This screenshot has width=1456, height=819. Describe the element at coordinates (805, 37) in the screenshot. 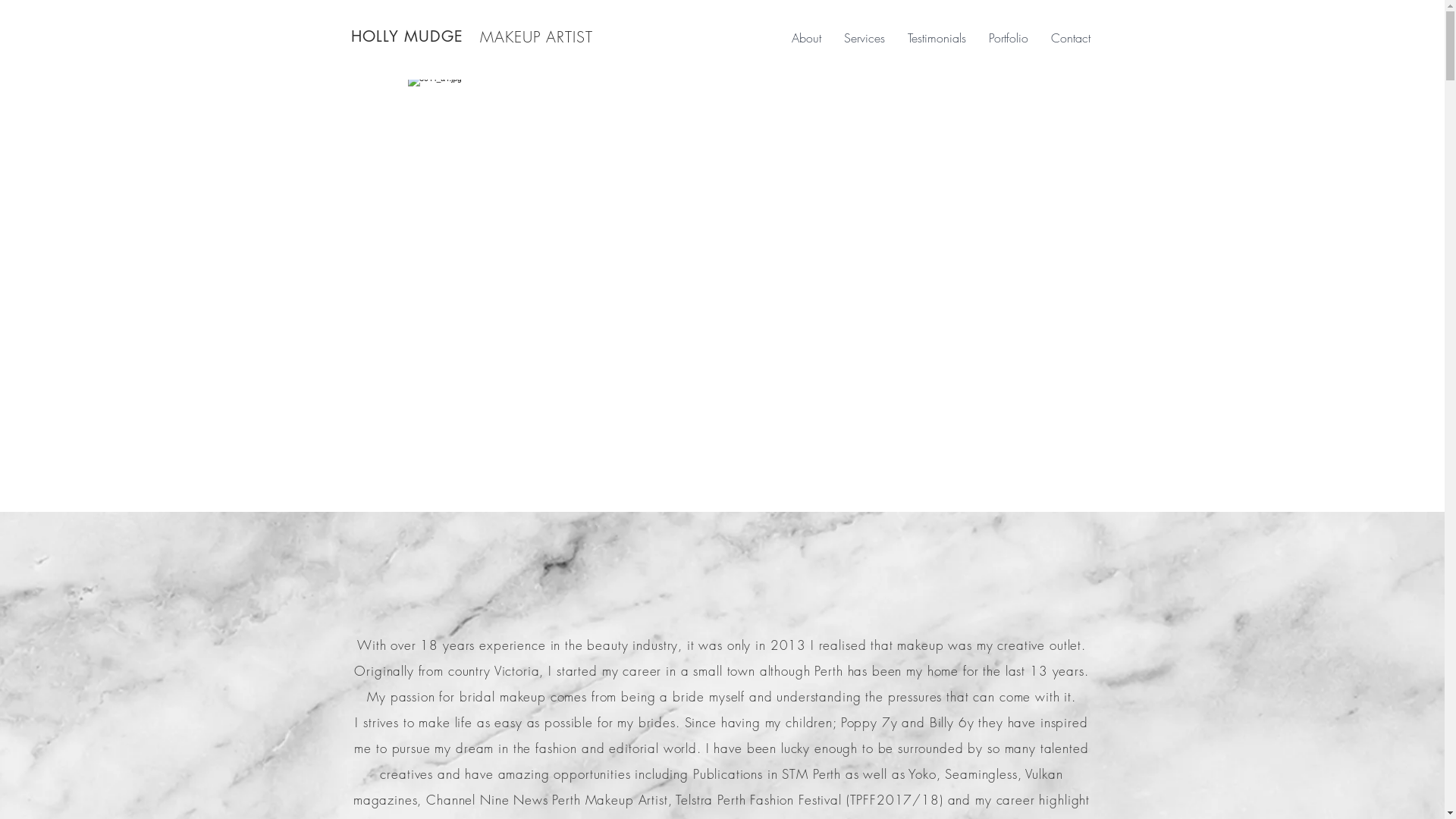

I see `'About'` at that location.